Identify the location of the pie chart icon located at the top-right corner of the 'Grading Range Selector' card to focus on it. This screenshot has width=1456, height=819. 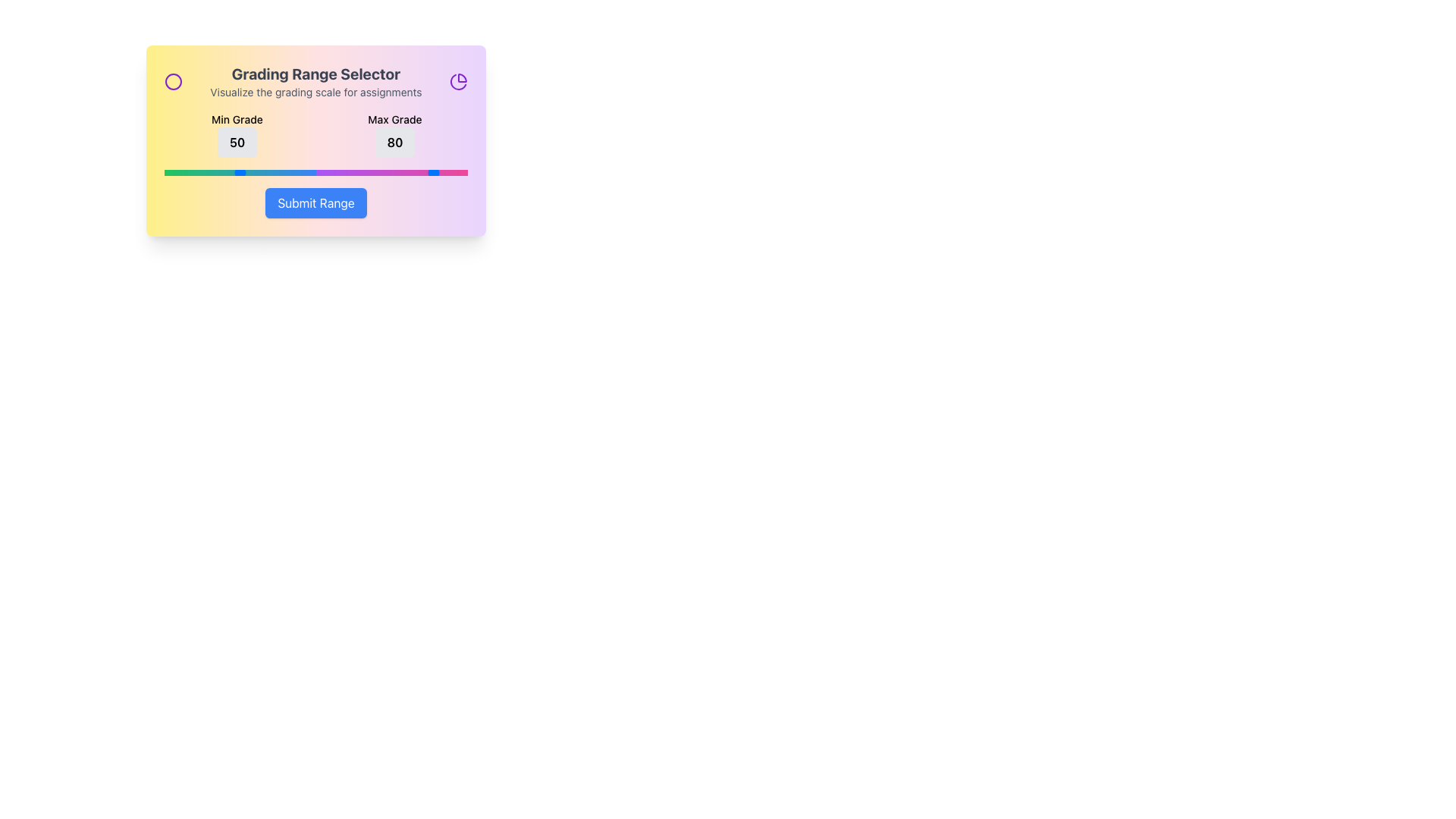
(457, 82).